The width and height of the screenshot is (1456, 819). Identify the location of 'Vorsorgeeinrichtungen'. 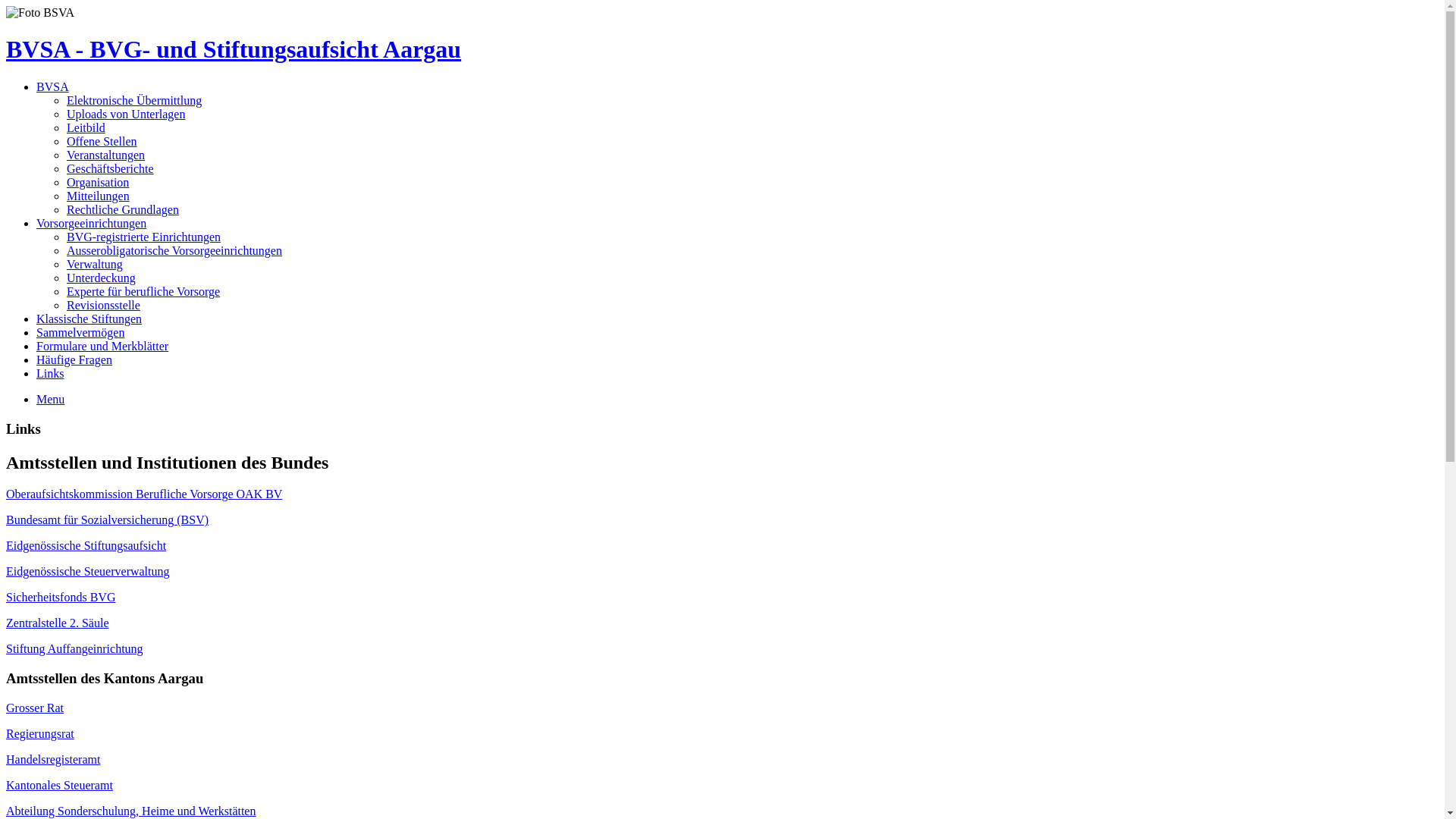
(90, 223).